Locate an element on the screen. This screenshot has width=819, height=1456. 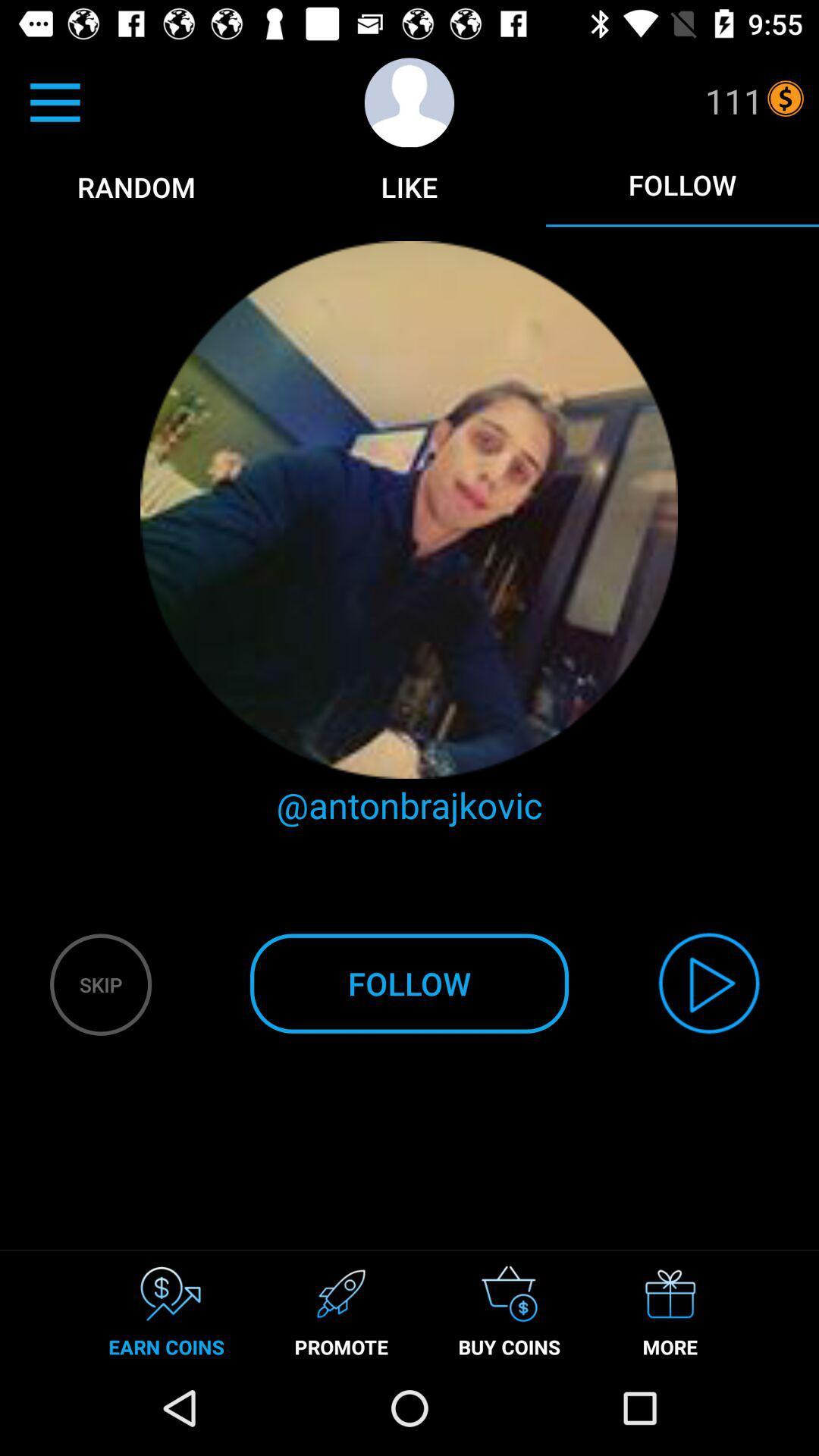
the play icon is located at coordinates (709, 983).